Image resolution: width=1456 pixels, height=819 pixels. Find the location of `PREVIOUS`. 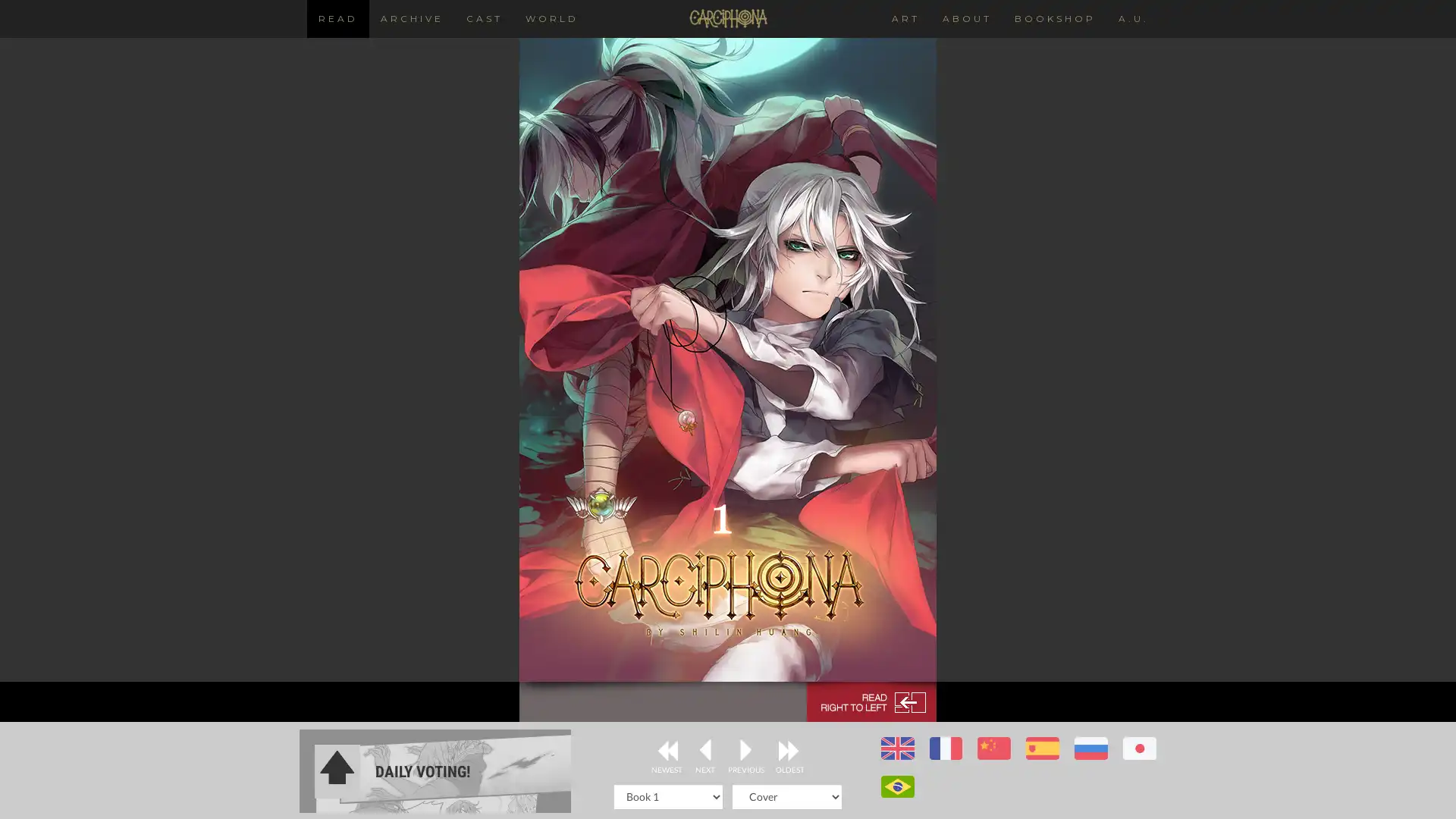

PREVIOUS is located at coordinates (745, 752).